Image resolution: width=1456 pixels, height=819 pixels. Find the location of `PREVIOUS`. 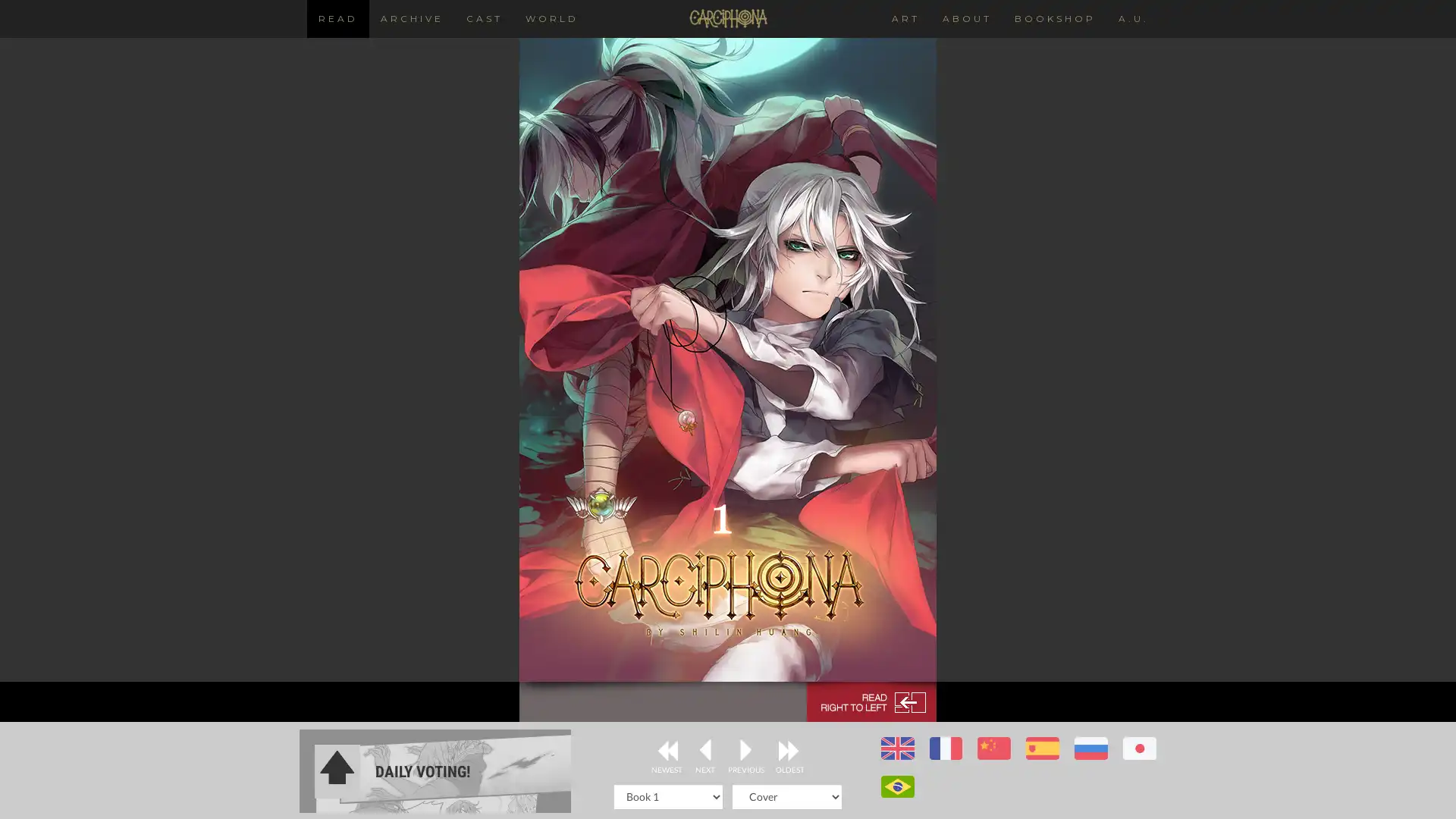

PREVIOUS is located at coordinates (745, 752).